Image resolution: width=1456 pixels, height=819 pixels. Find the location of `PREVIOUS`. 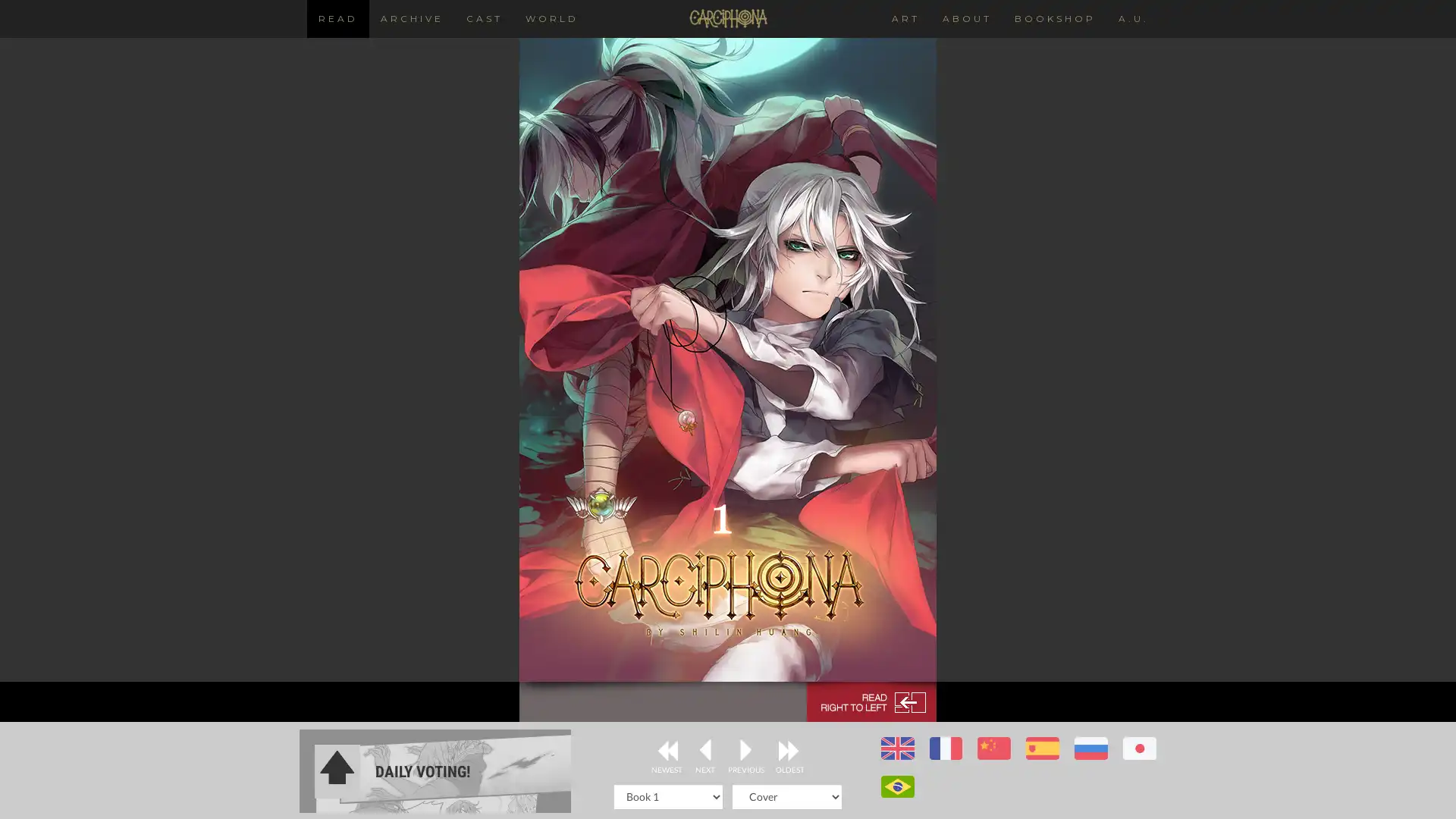

PREVIOUS is located at coordinates (745, 752).